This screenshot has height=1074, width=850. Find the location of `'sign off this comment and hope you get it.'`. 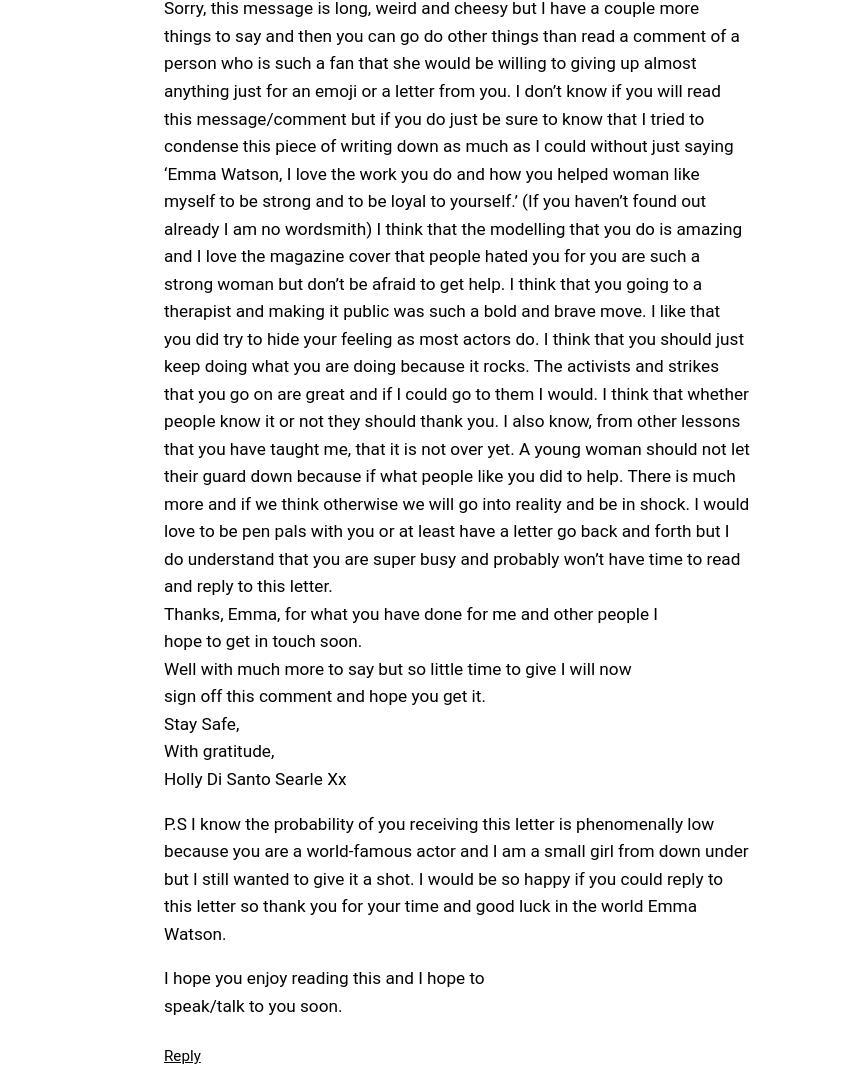

'sign off this comment and hope you get it.' is located at coordinates (324, 694).